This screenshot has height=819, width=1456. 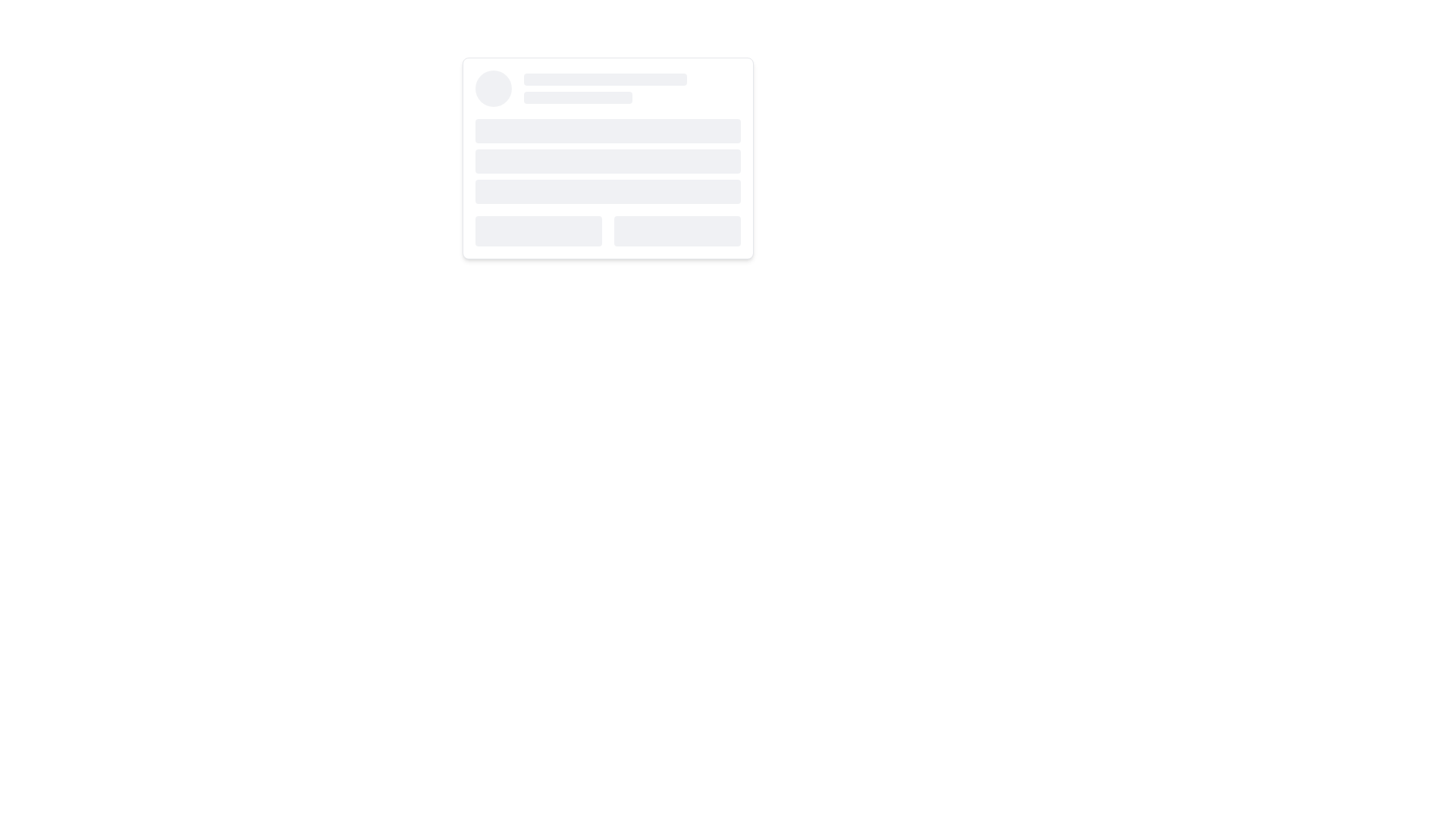 What do you see at coordinates (607, 161) in the screenshot?
I see `Skeleton loader group, which consists of three vertically stacked gray rectangular components with rounded corners, located in the middle section of a structured card layout` at bounding box center [607, 161].